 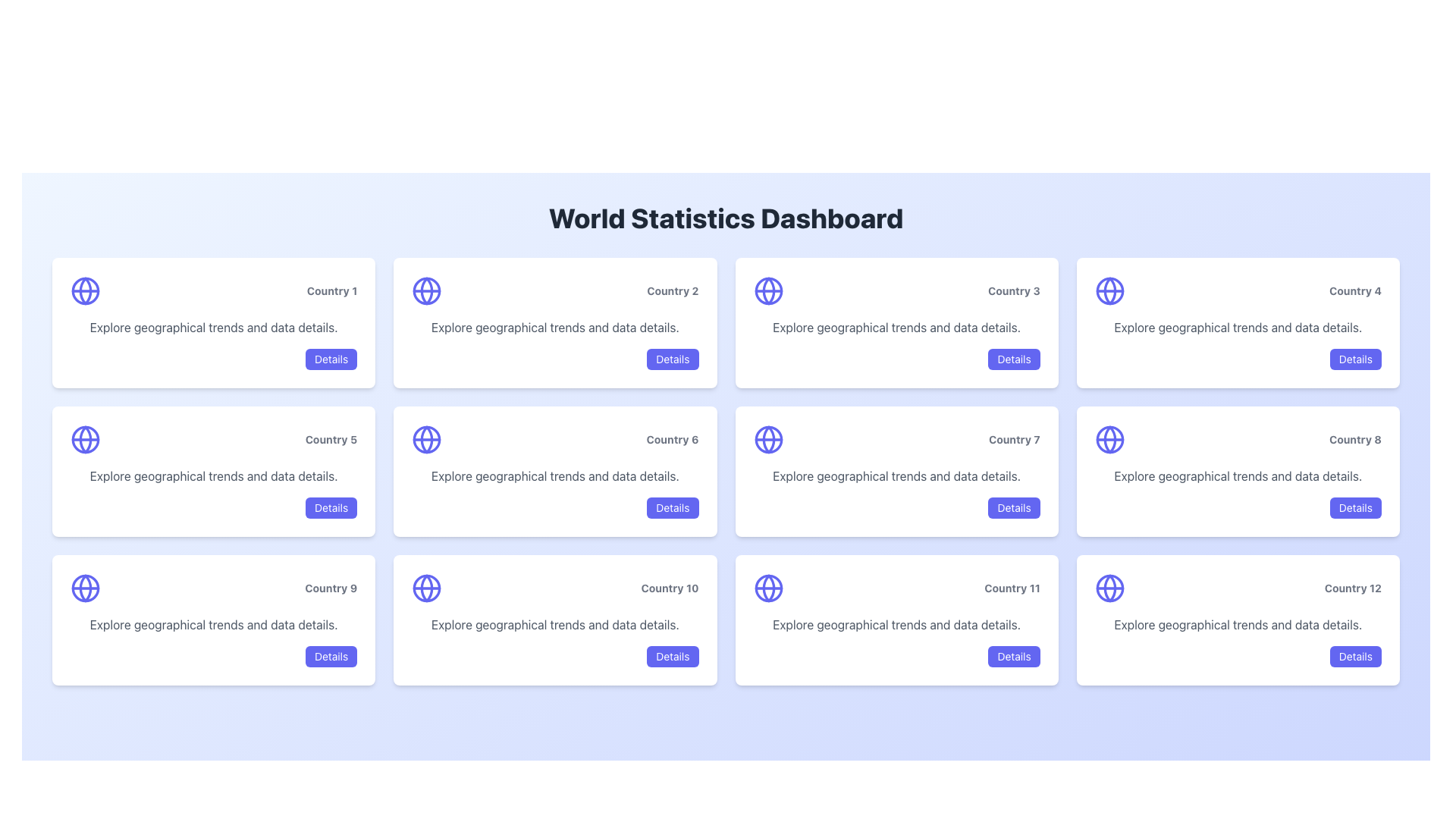 What do you see at coordinates (672, 291) in the screenshot?
I see `text label that identifies the specific country represented by the second card in the first row of the grid` at bounding box center [672, 291].